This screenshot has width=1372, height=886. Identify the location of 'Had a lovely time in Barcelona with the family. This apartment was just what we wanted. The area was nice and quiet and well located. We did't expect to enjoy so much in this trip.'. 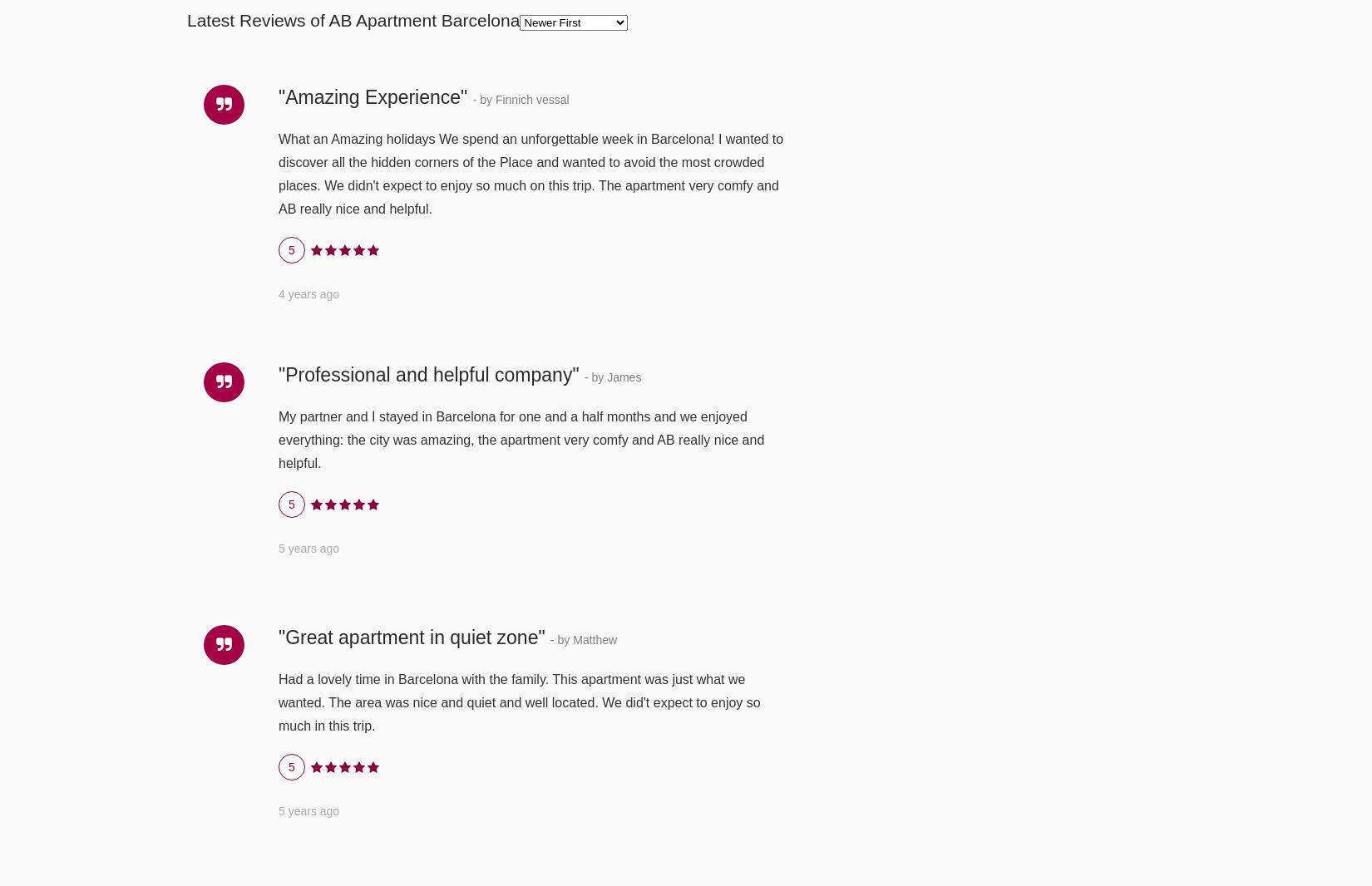
(518, 701).